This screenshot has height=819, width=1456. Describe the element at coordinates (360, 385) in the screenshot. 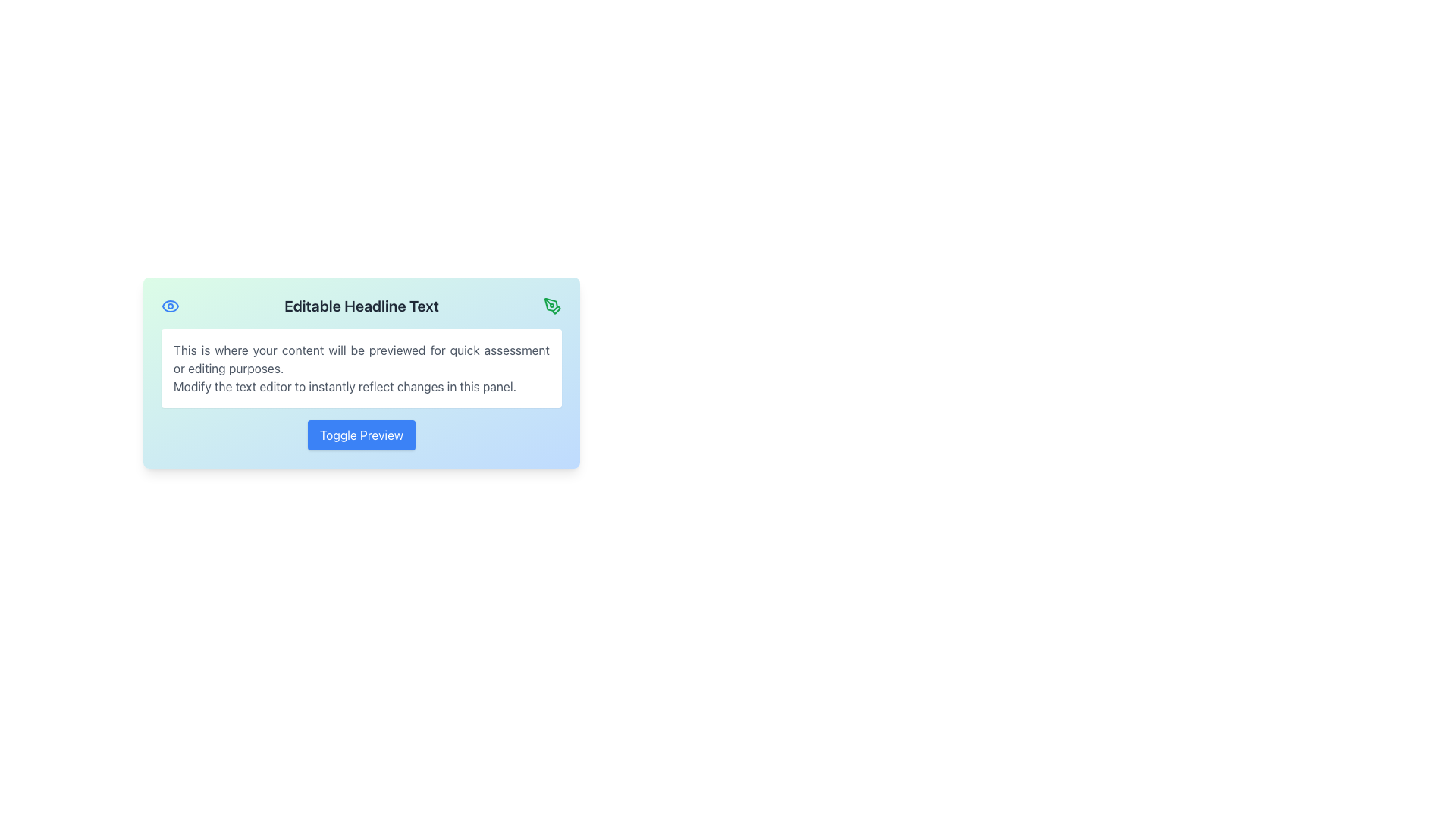

I see `the static text block displaying 'Modify the text editor to instantly reflect changes in this panel.' which is part of a preview panel with a gradient blue-green background` at that location.